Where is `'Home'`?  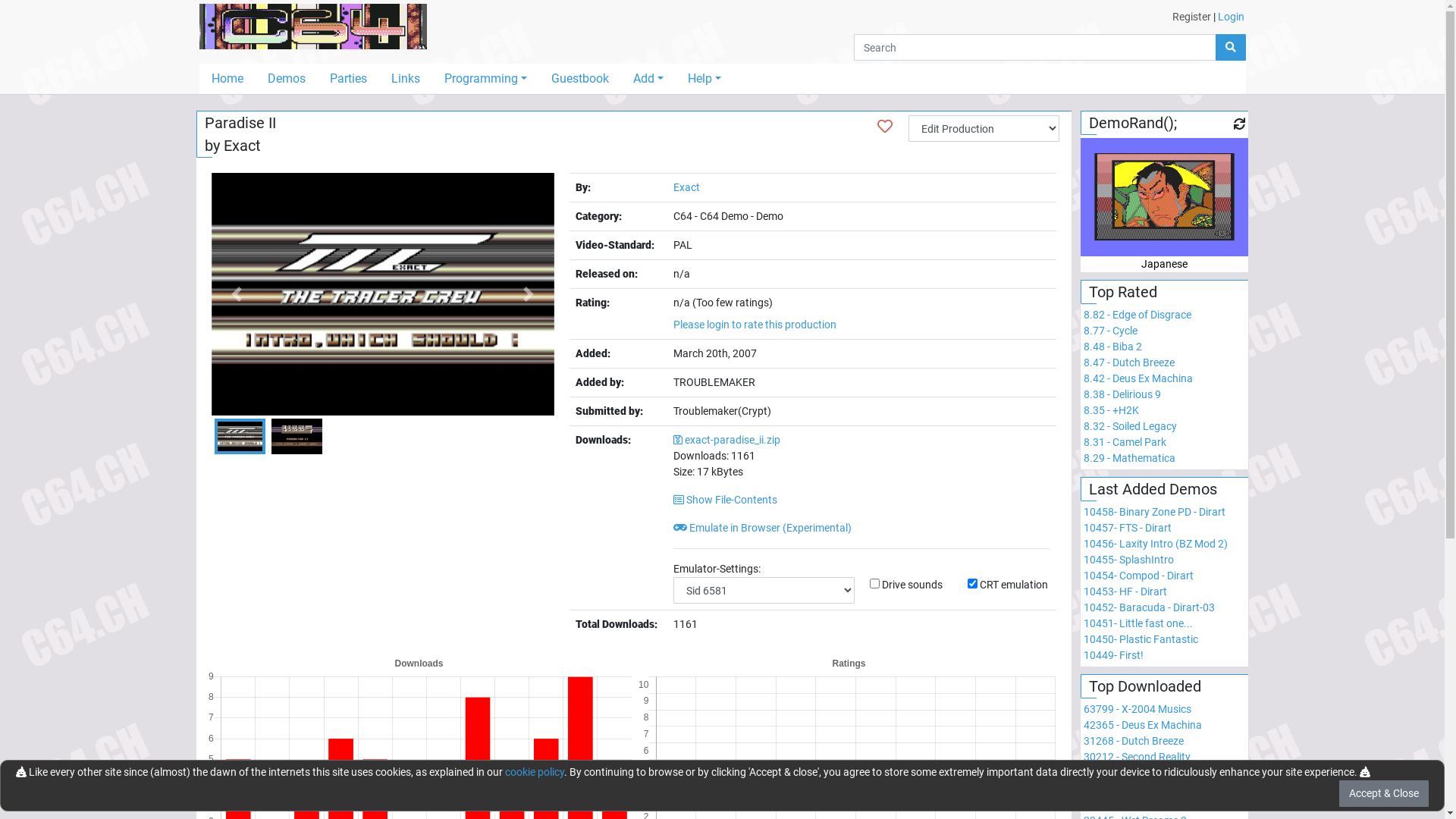 'Home' is located at coordinates (225, 79).